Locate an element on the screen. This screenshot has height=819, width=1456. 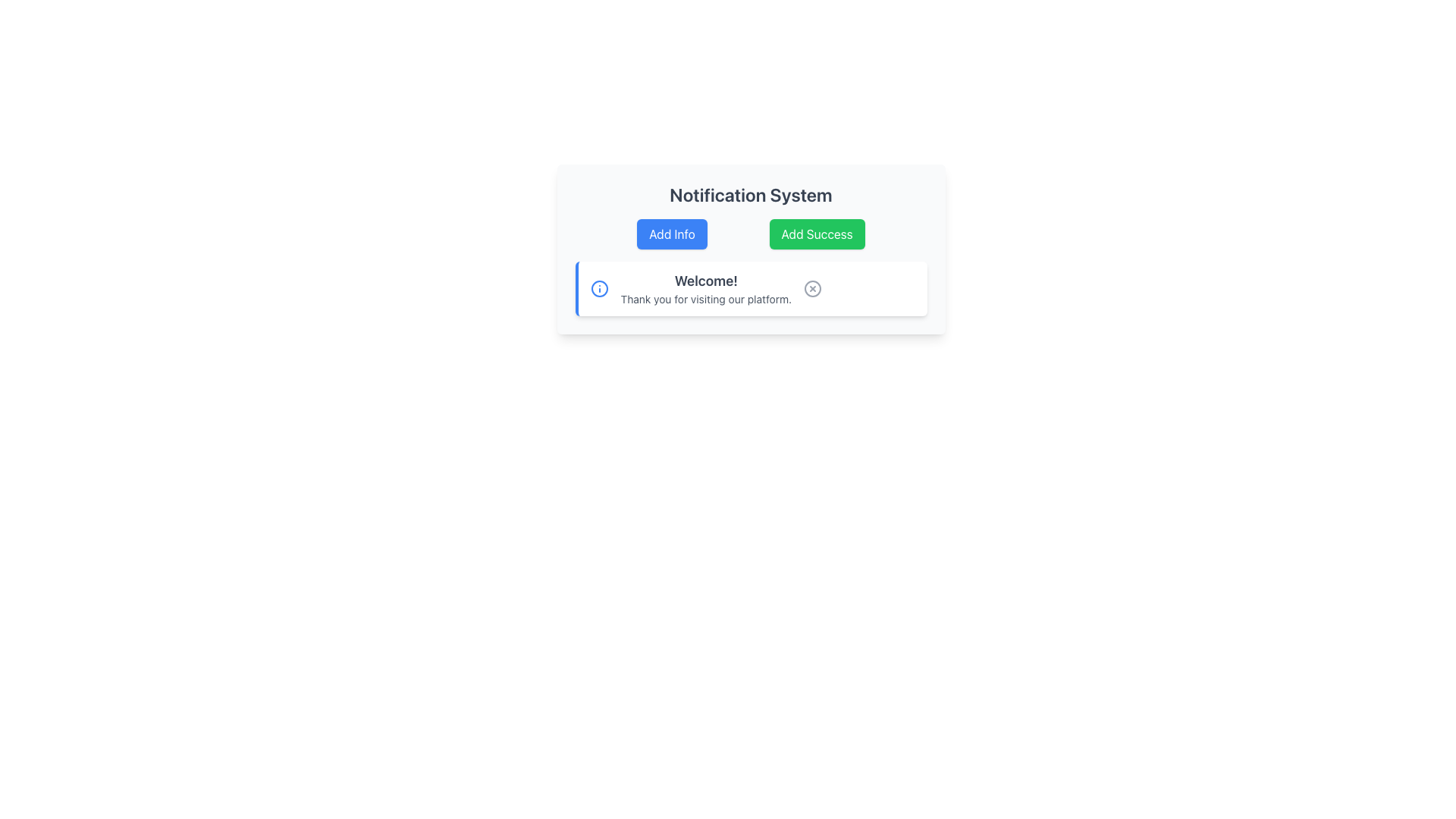
the informational icon located at the beginning of the notification box, to the left of the bolded title 'Welcome!' is located at coordinates (598, 289).